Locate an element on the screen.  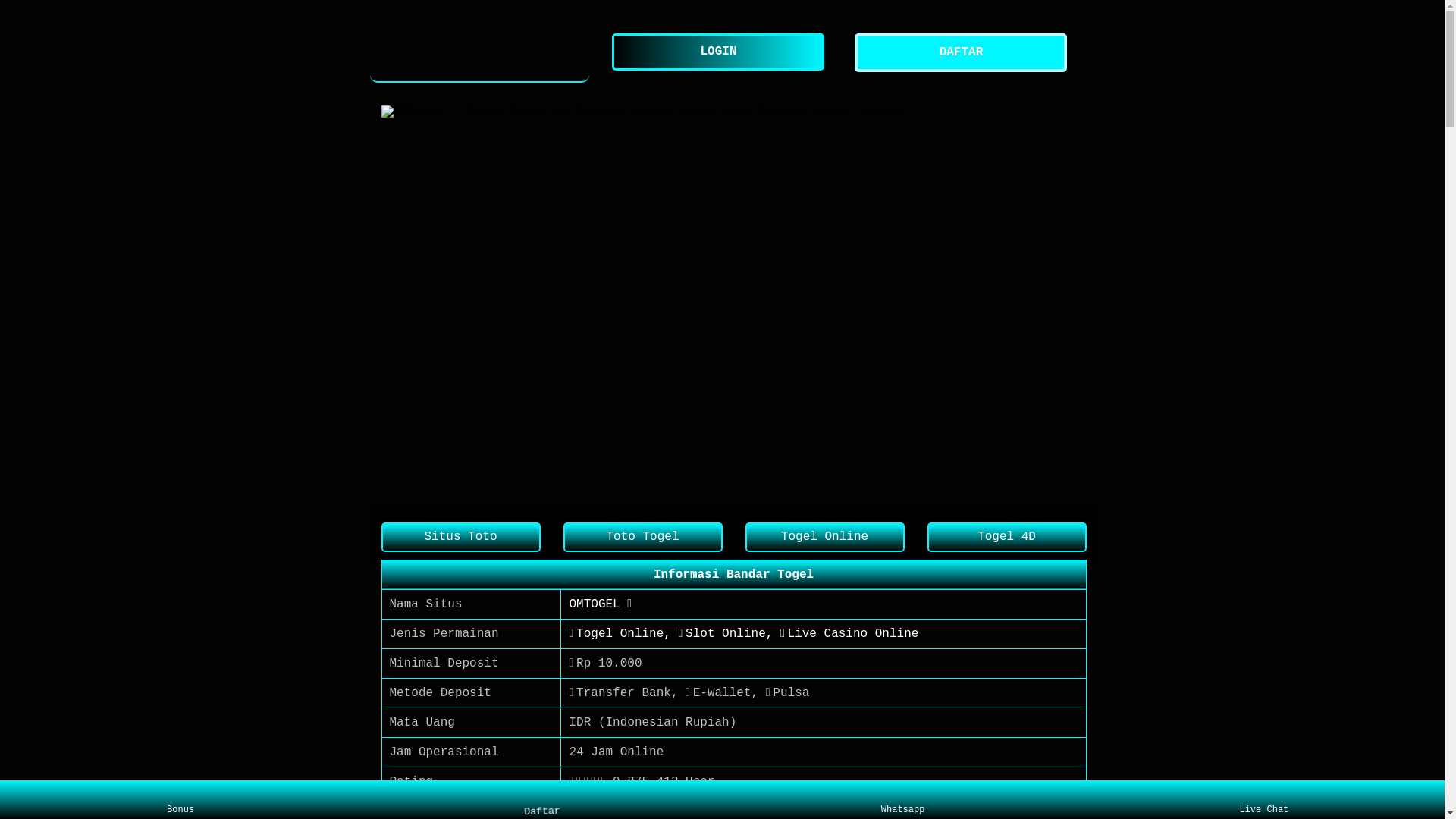
'Previous item in carousel (1 of 1)' is located at coordinates (393, 303).